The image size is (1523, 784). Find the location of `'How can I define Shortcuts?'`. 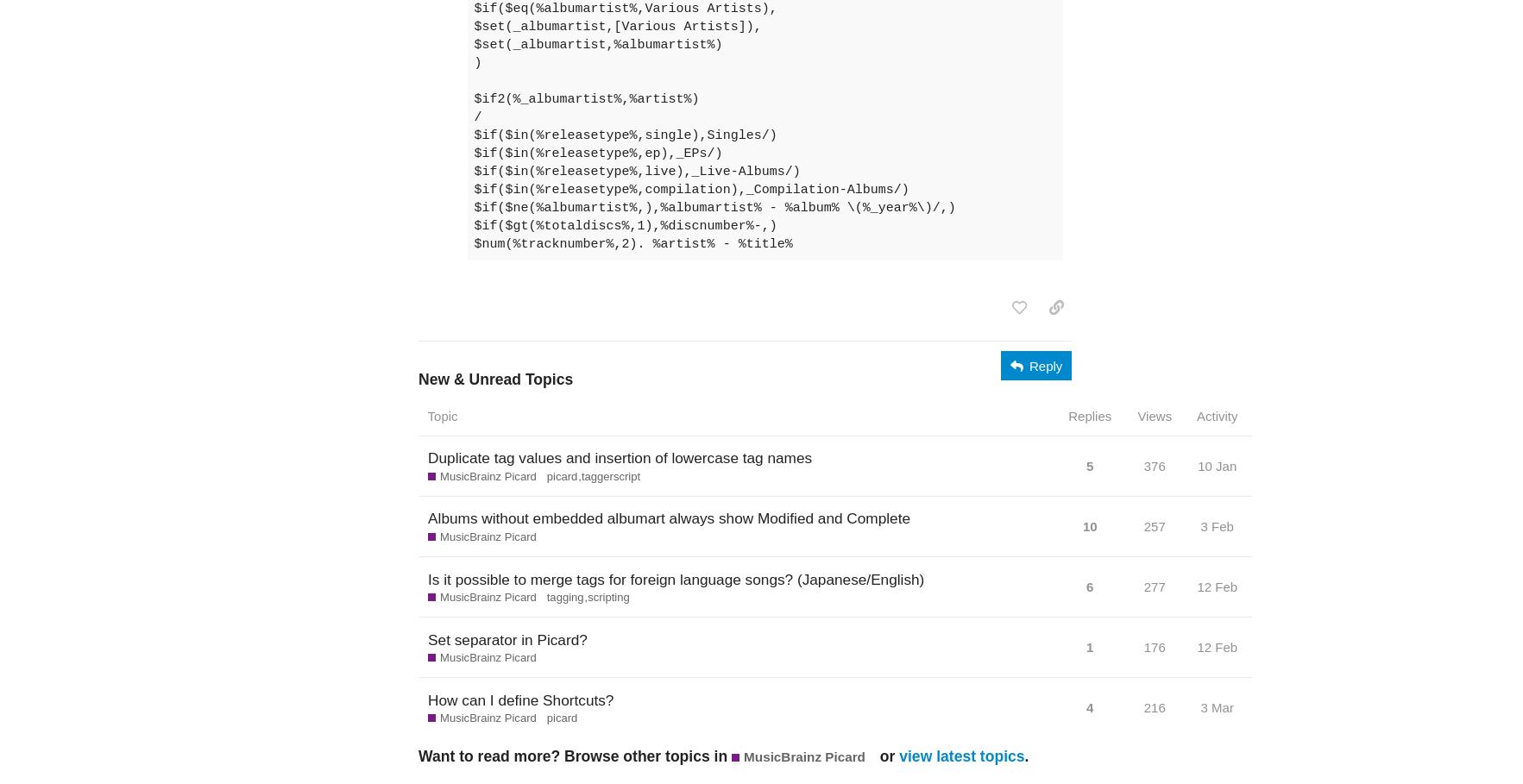

'How can I define Shortcuts?' is located at coordinates (519, 699).